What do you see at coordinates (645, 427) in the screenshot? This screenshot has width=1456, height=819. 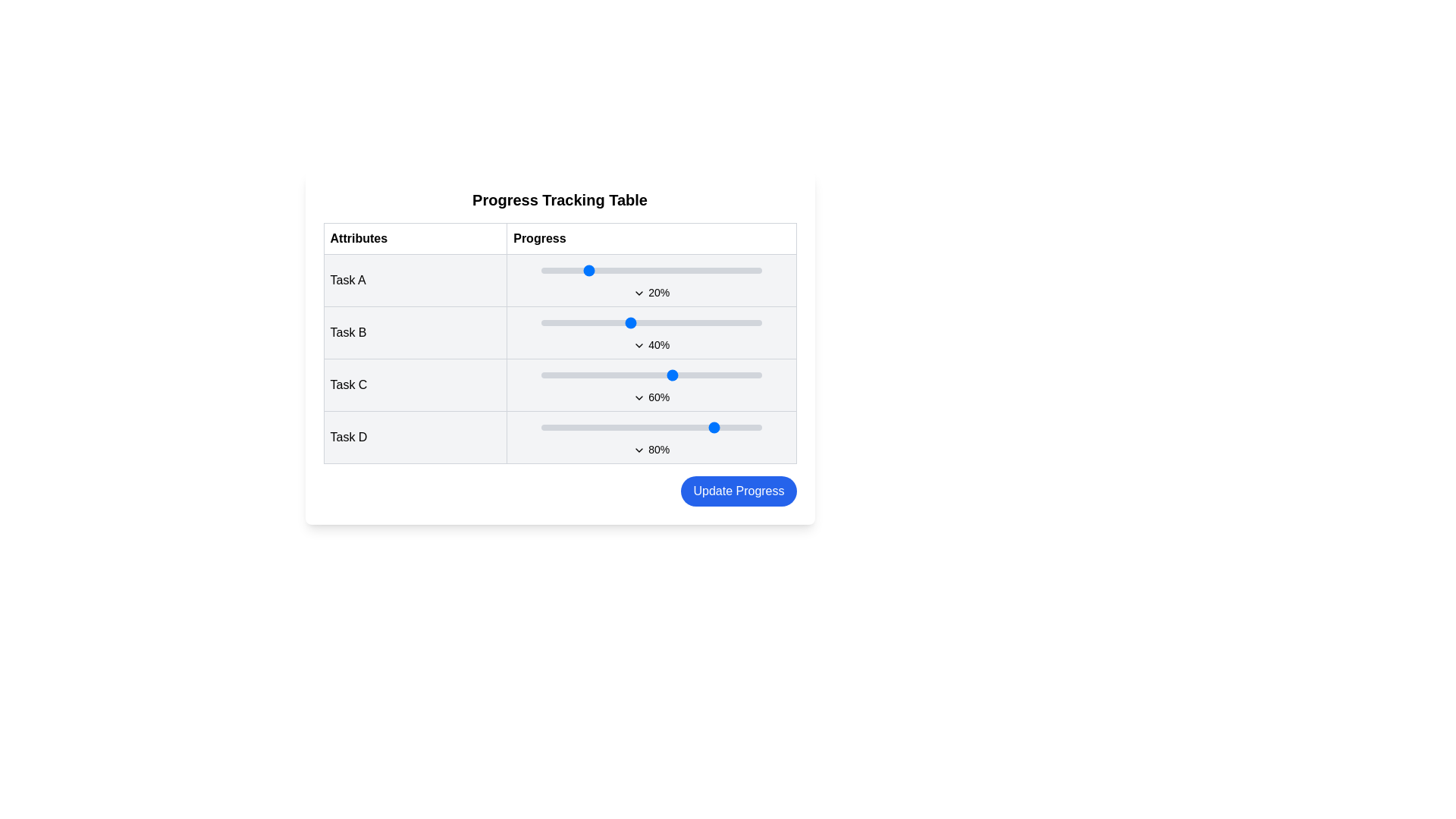 I see `task progress` at bounding box center [645, 427].